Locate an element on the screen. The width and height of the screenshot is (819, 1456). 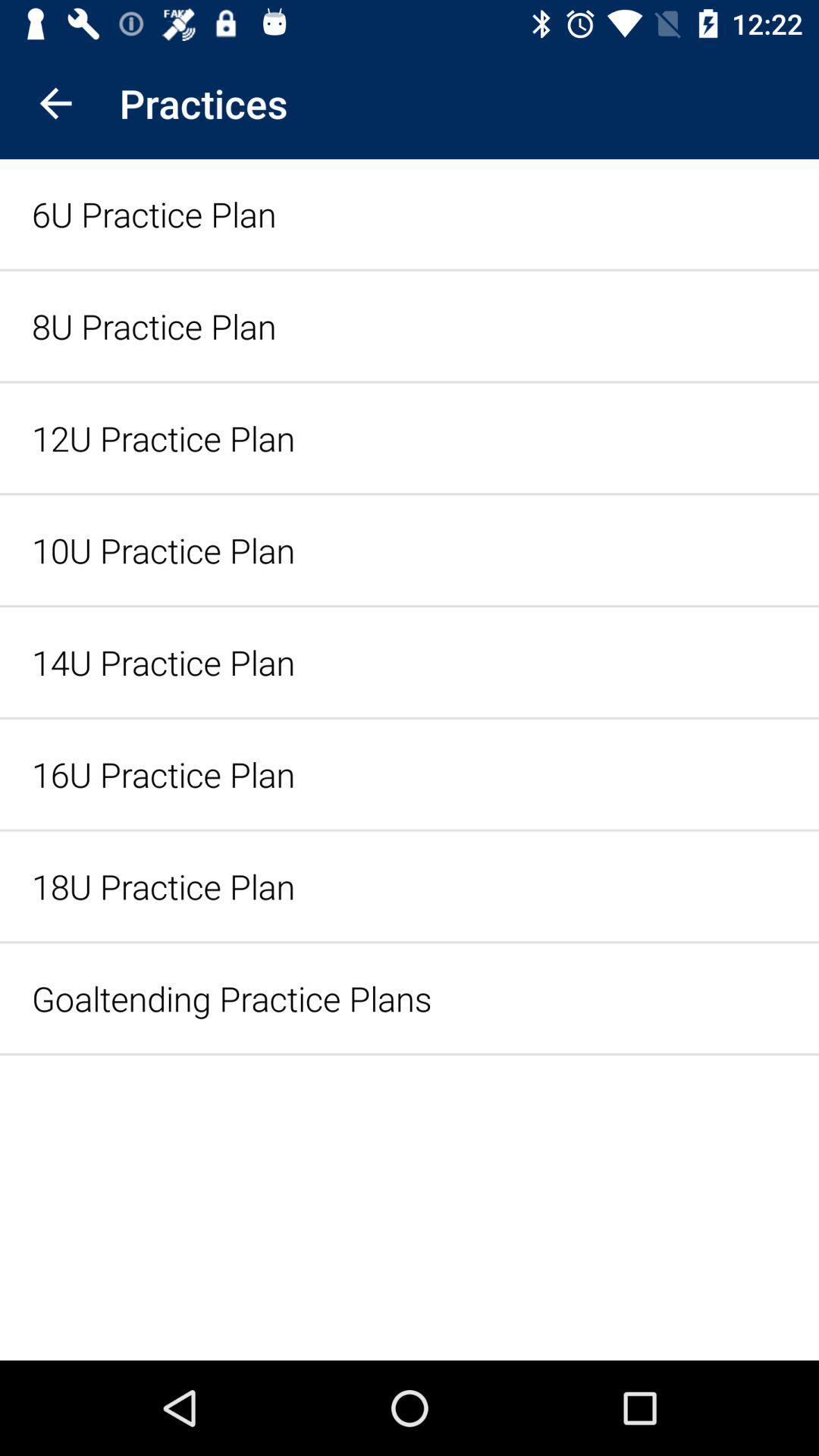
the goaltending practice plans item is located at coordinates (409, 998).